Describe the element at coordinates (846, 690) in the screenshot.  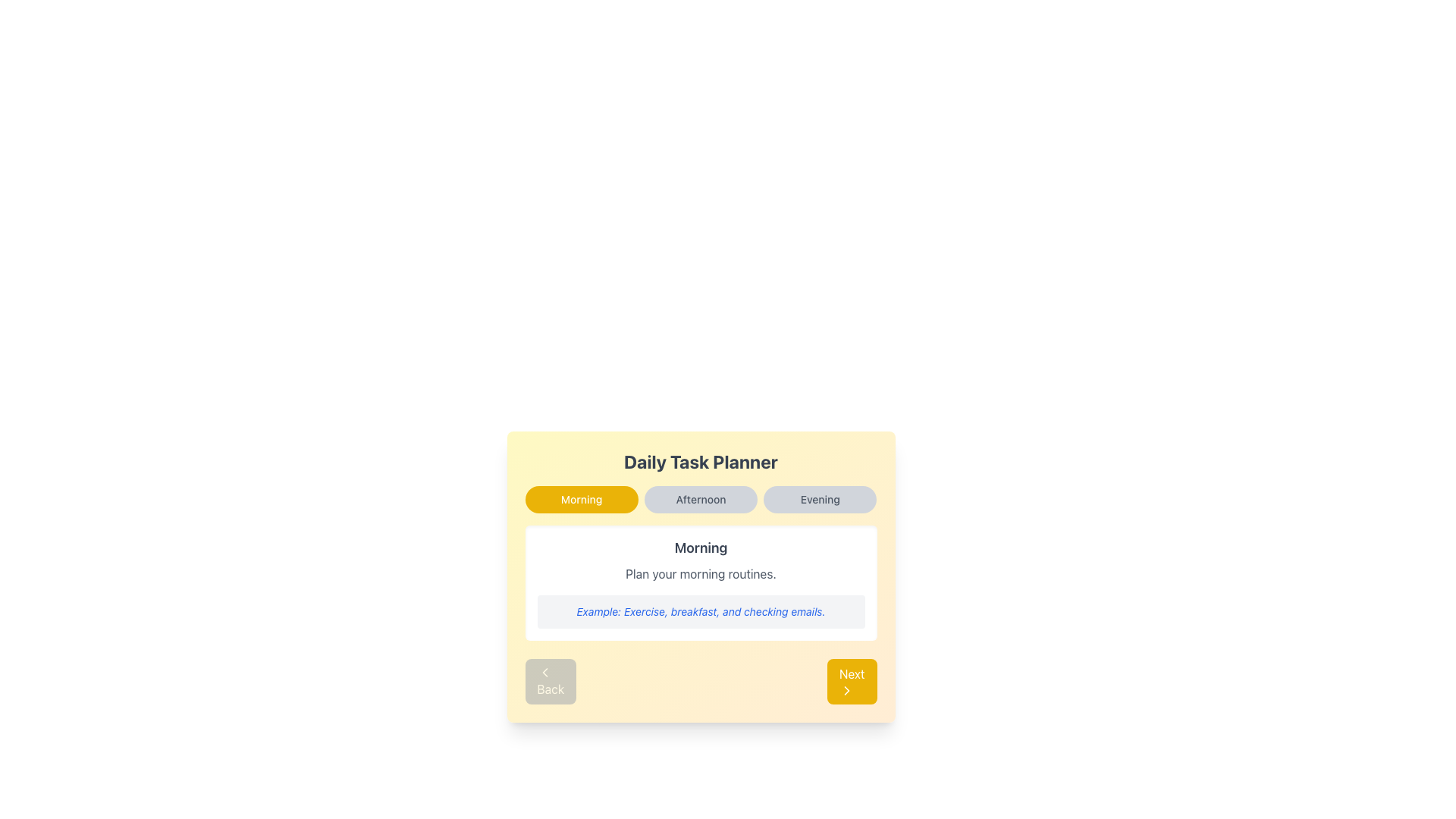
I see `the 'Next' button which contains a small right-pointing chevron SVG icon, located at the bottom-right corner of the application layout` at that location.